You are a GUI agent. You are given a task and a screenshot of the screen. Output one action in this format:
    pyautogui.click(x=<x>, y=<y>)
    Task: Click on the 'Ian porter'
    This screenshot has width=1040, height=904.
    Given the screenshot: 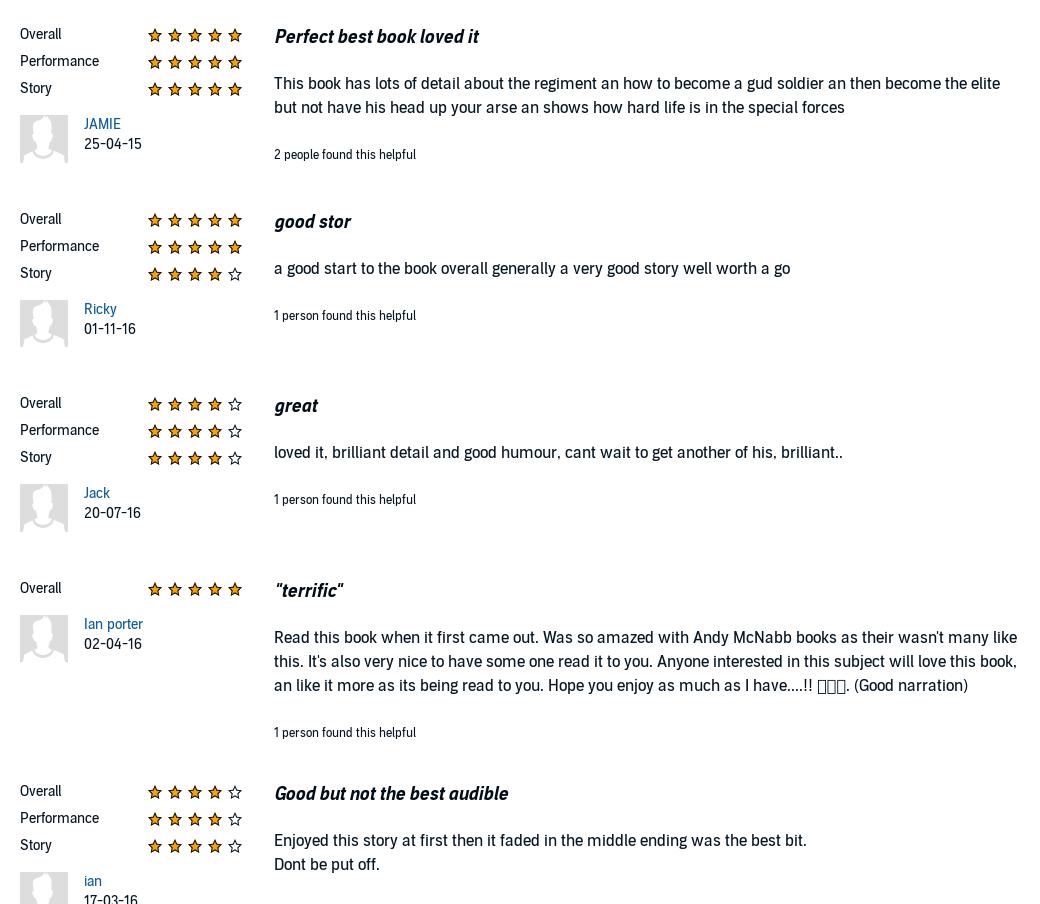 What is the action you would take?
    pyautogui.click(x=111, y=623)
    